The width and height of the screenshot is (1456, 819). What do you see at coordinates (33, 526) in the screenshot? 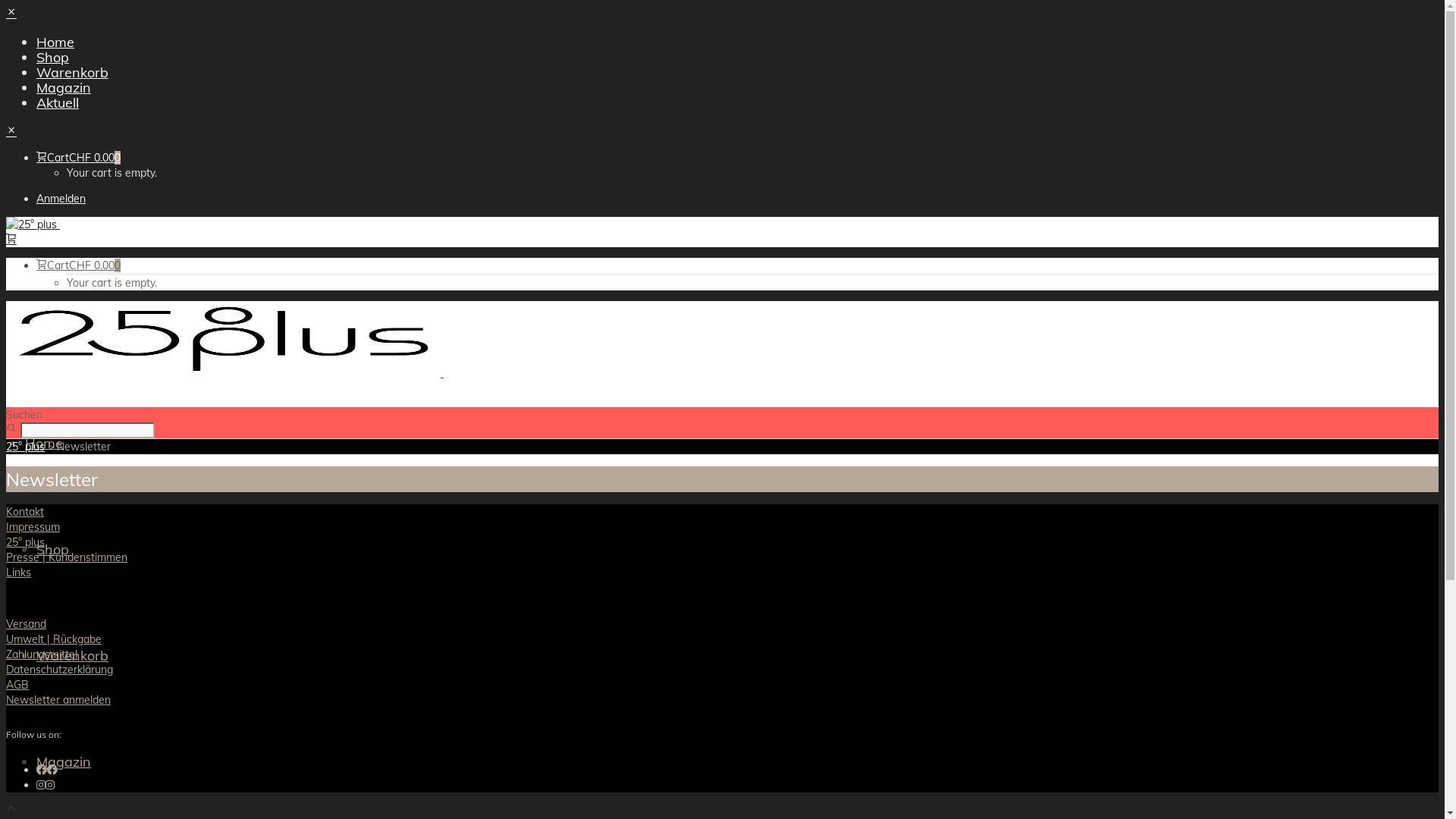
I see `'Impressum'` at bounding box center [33, 526].